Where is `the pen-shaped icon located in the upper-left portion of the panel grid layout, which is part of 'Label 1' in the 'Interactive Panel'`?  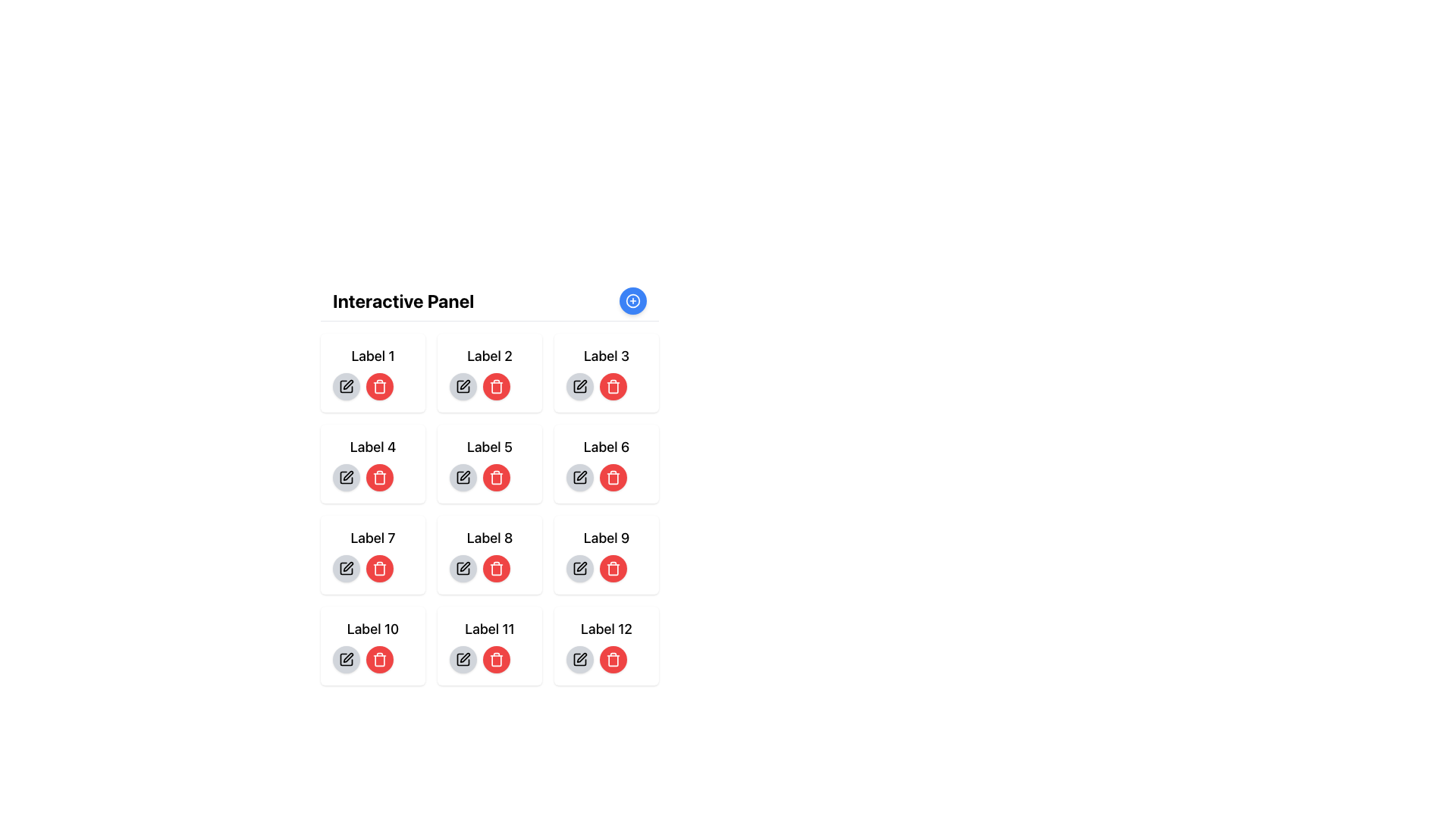 the pen-shaped icon located in the upper-left portion of the panel grid layout, which is part of 'Label 1' in the 'Interactive Panel' is located at coordinates (347, 384).